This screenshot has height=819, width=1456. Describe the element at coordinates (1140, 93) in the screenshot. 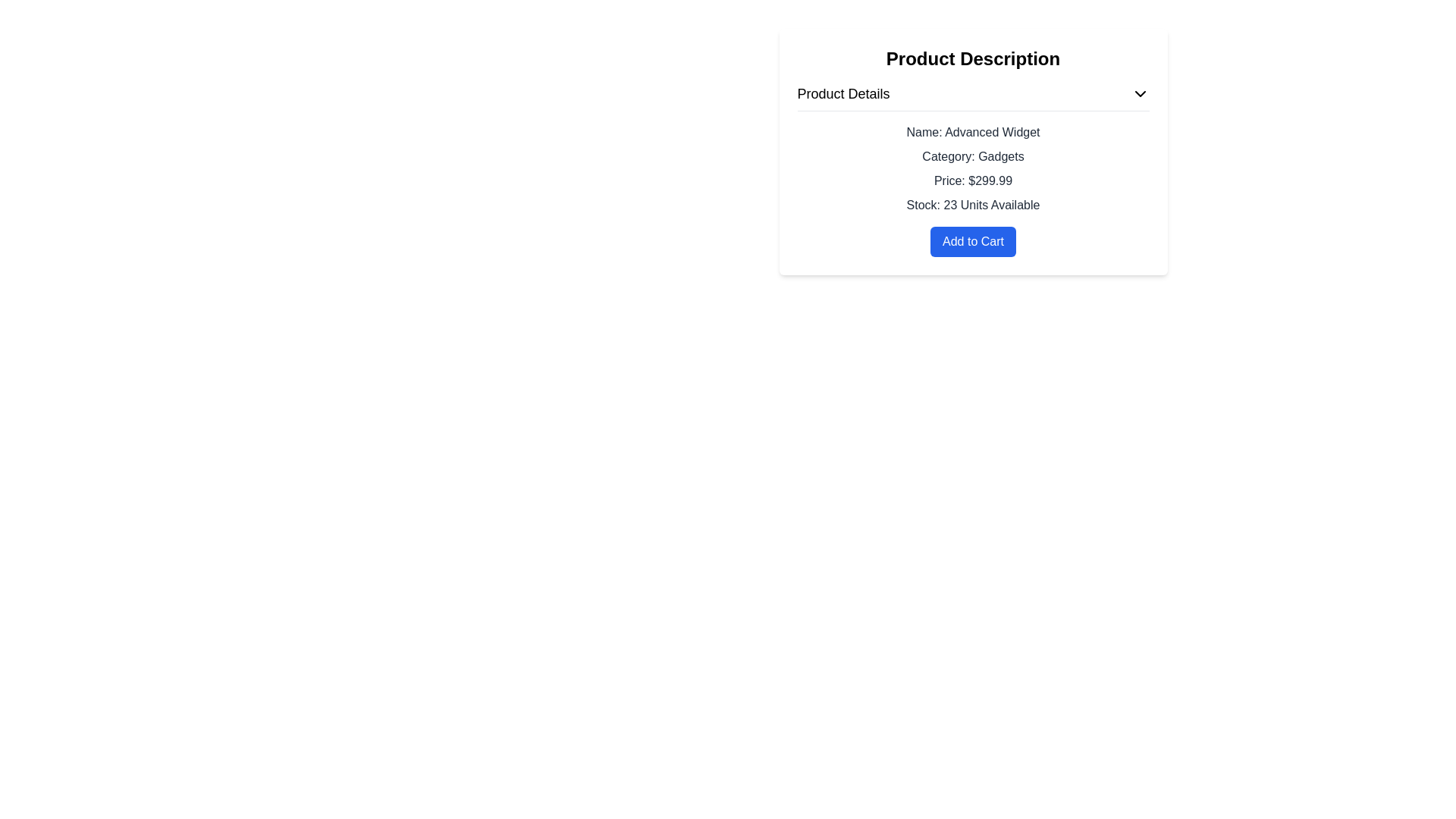

I see `the arrow icon button located at the far right of the 'Product Details' section header` at that location.